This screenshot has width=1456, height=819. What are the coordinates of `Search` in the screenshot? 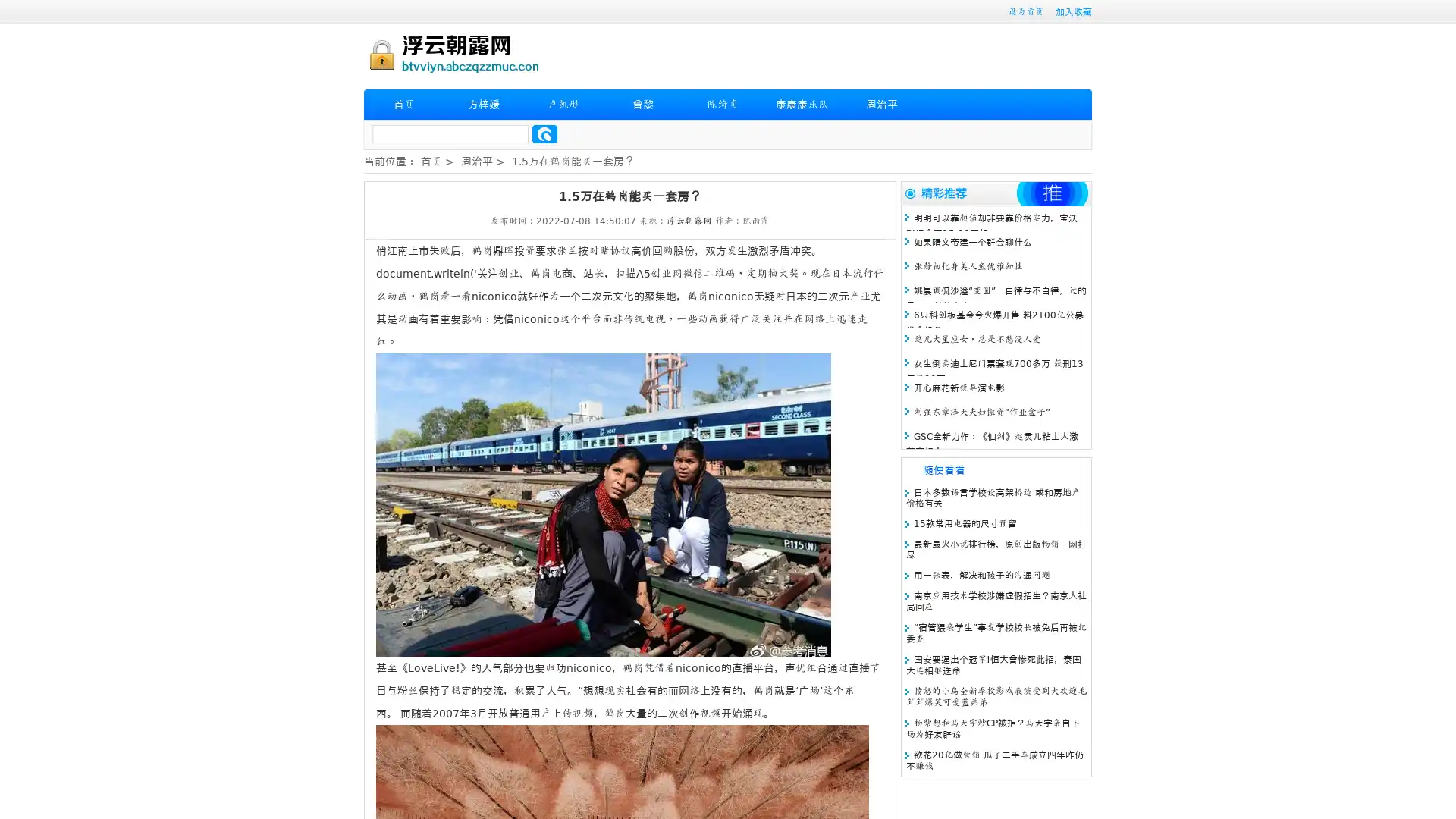 It's located at (544, 133).